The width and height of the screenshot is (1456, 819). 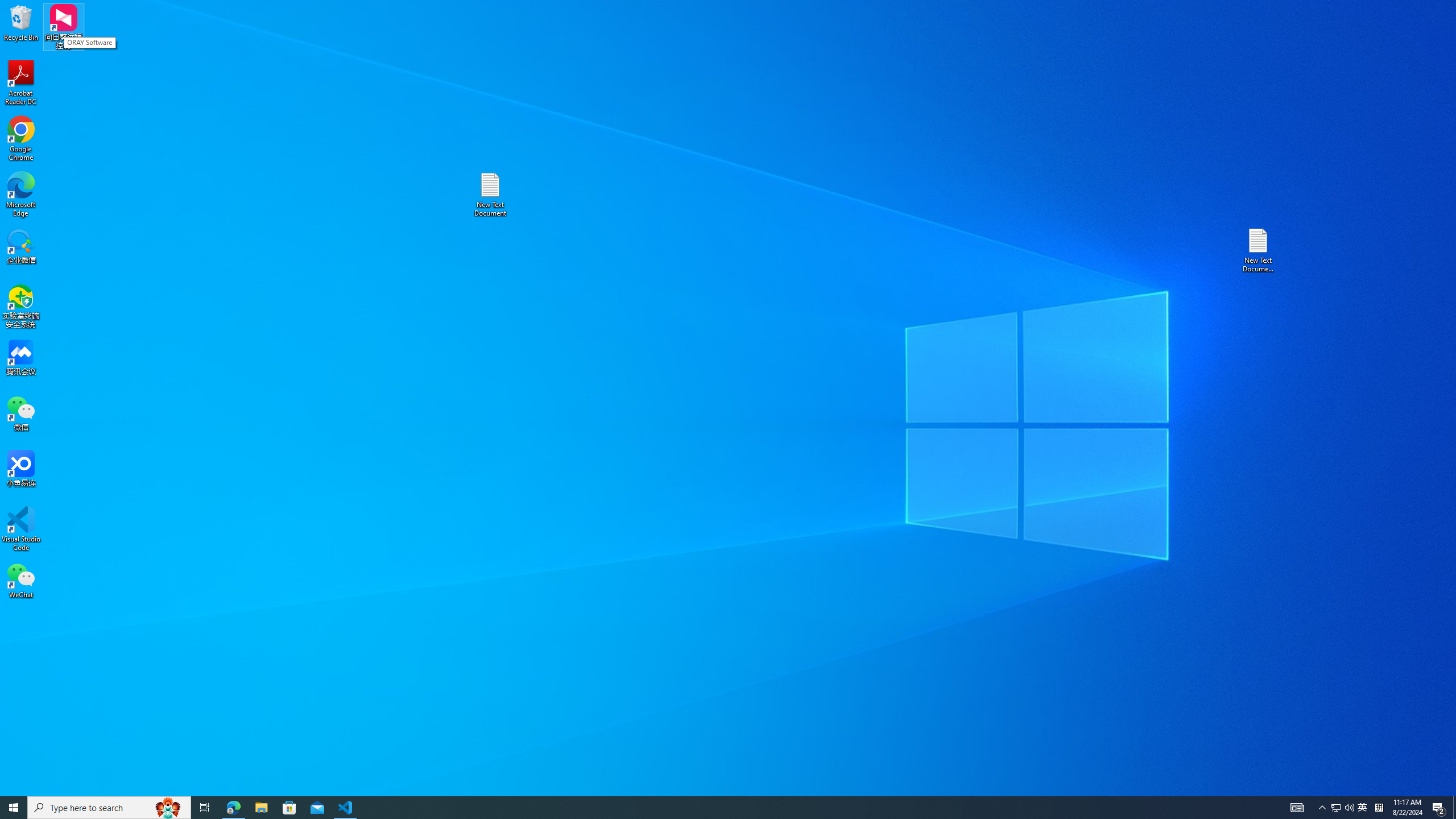 What do you see at coordinates (20, 82) in the screenshot?
I see `'Acrobat Reader DC'` at bounding box center [20, 82].